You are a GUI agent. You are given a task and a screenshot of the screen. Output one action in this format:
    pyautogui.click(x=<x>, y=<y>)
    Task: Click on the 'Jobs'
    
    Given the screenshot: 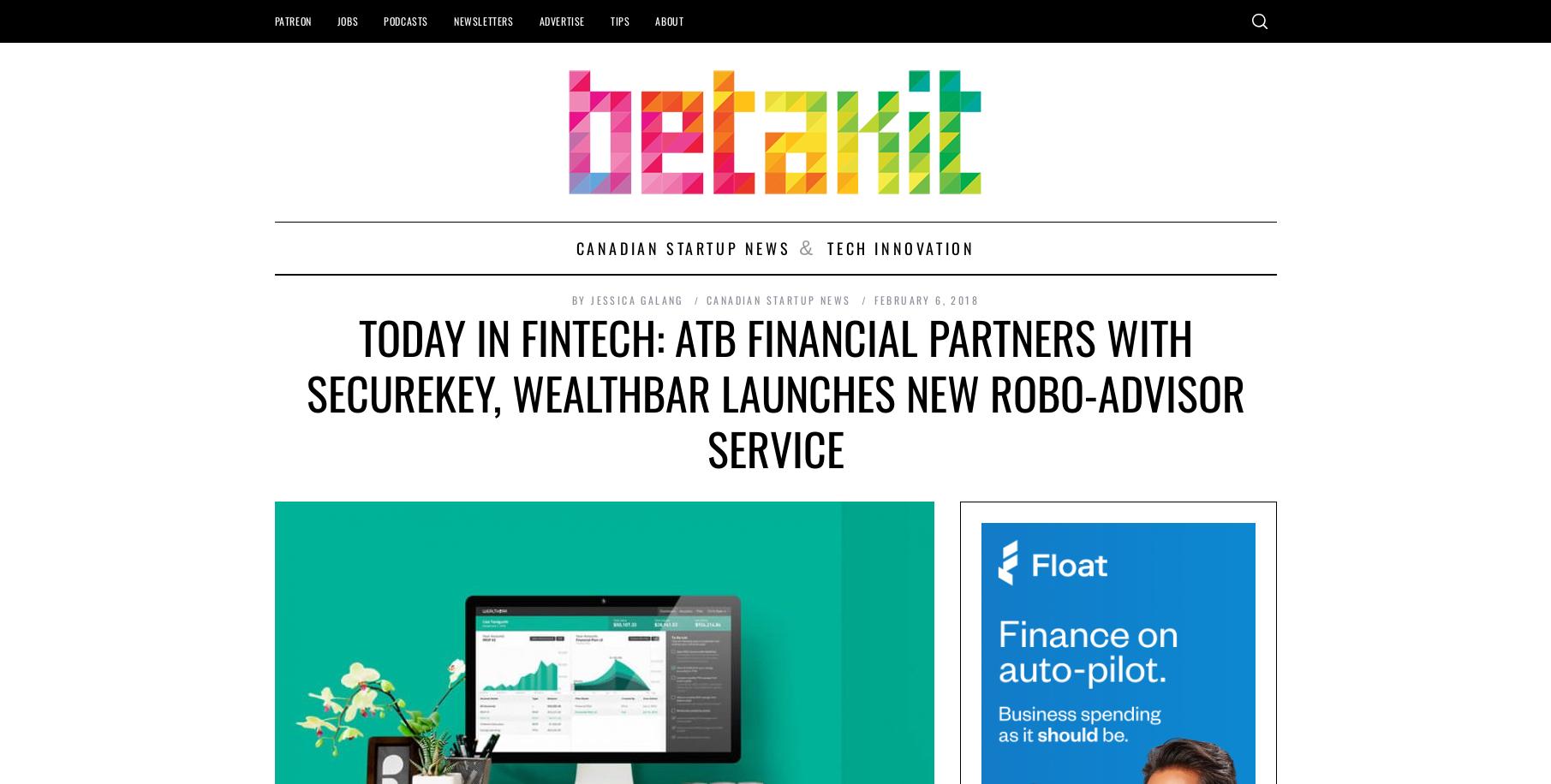 What is the action you would take?
    pyautogui.click(x=335, y=21)
    